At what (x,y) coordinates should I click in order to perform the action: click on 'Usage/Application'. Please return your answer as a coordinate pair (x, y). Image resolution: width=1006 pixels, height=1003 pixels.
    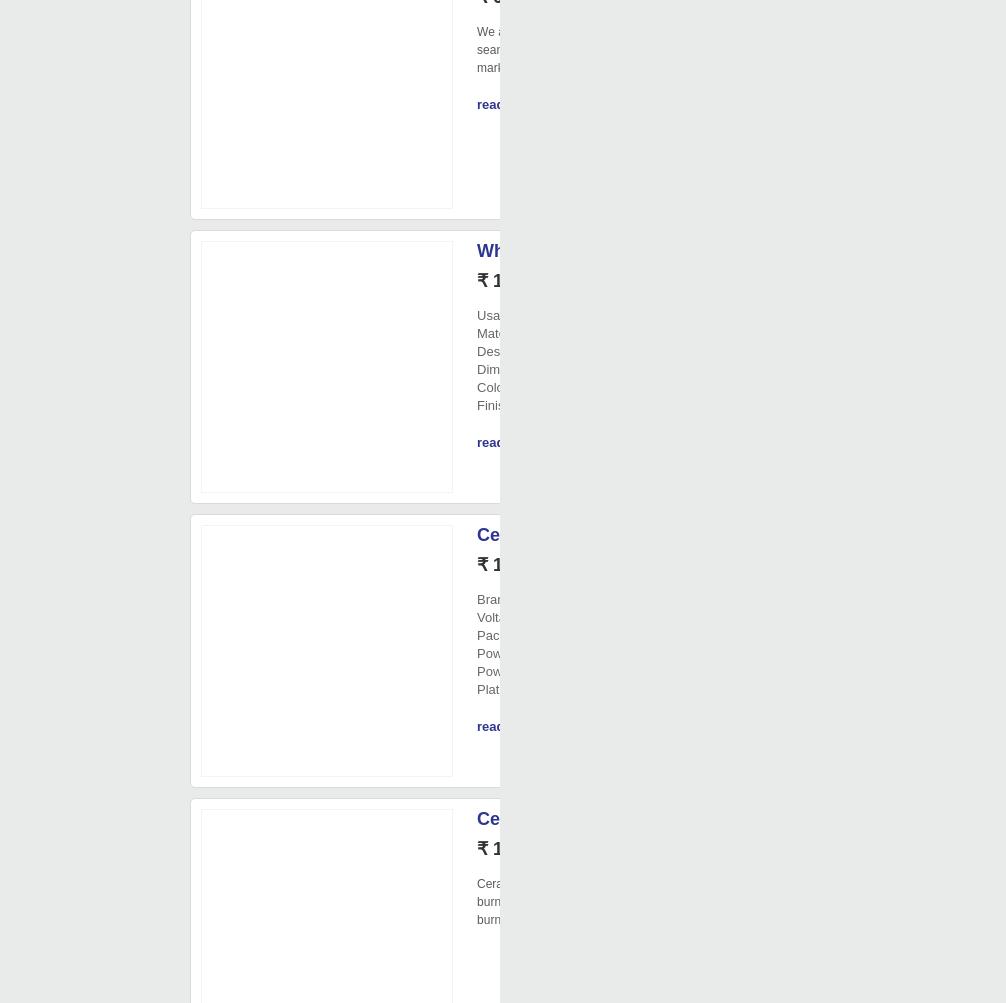
    Looking at the image, I should click on (528, 314).